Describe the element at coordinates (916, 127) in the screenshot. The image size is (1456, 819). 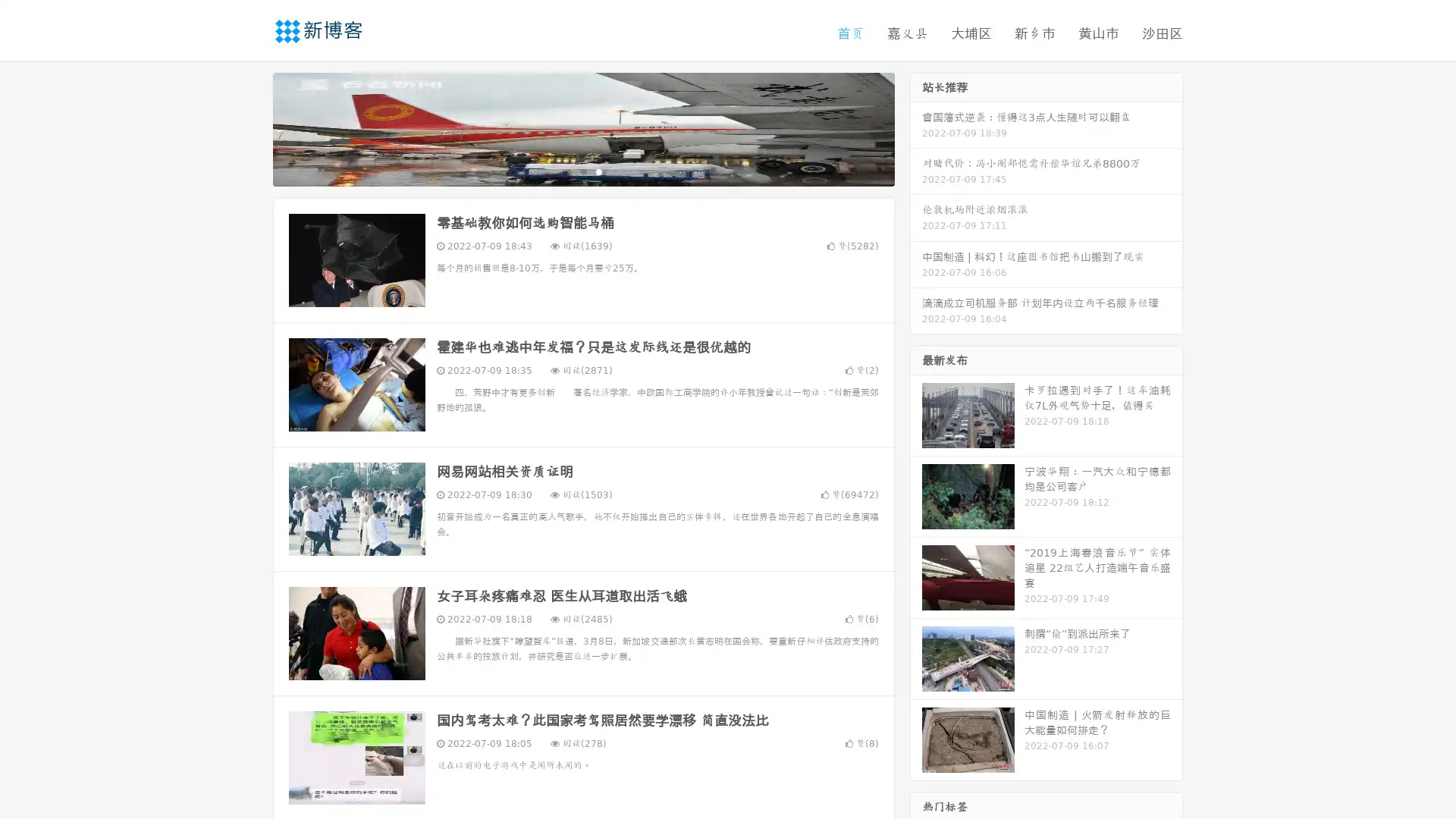
I see `Next slide` at that location.